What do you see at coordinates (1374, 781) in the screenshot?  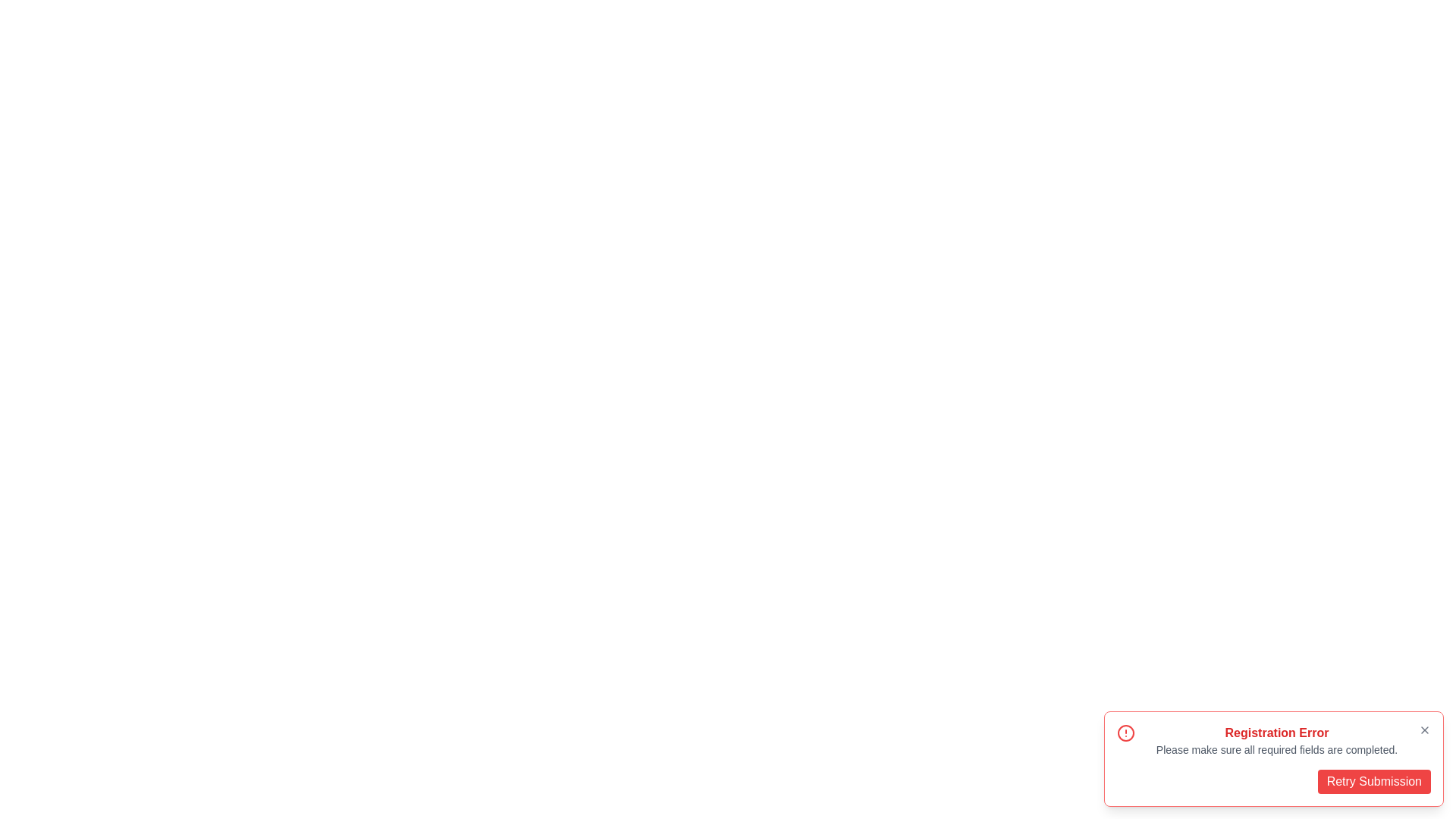 I see `the confirmation or retry button located at the bottom right corner of the modal dialog to change its color` at bounding box center [1374, 781].